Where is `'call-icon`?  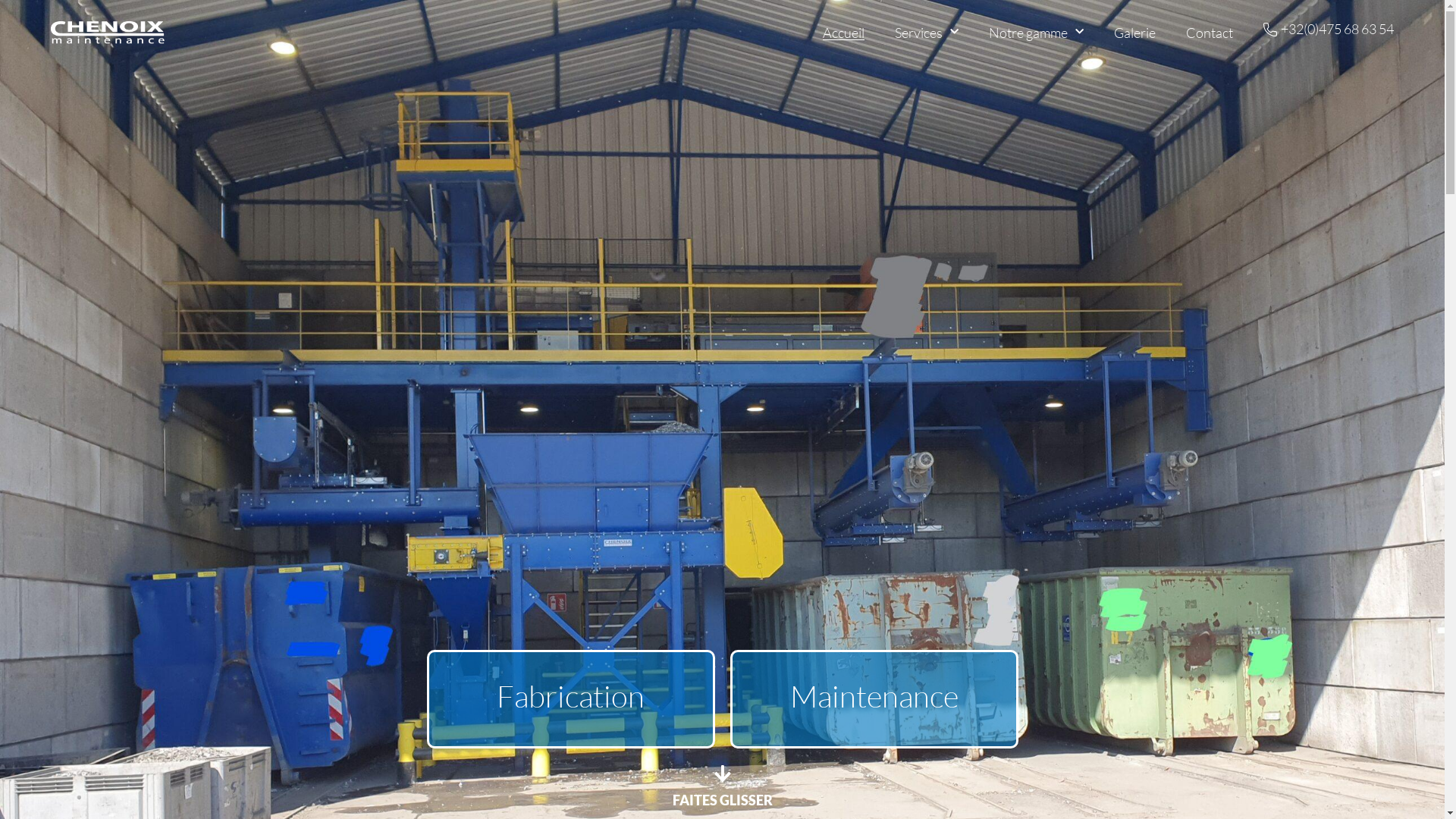
'call-icon is located at coordinates (1328, 30).